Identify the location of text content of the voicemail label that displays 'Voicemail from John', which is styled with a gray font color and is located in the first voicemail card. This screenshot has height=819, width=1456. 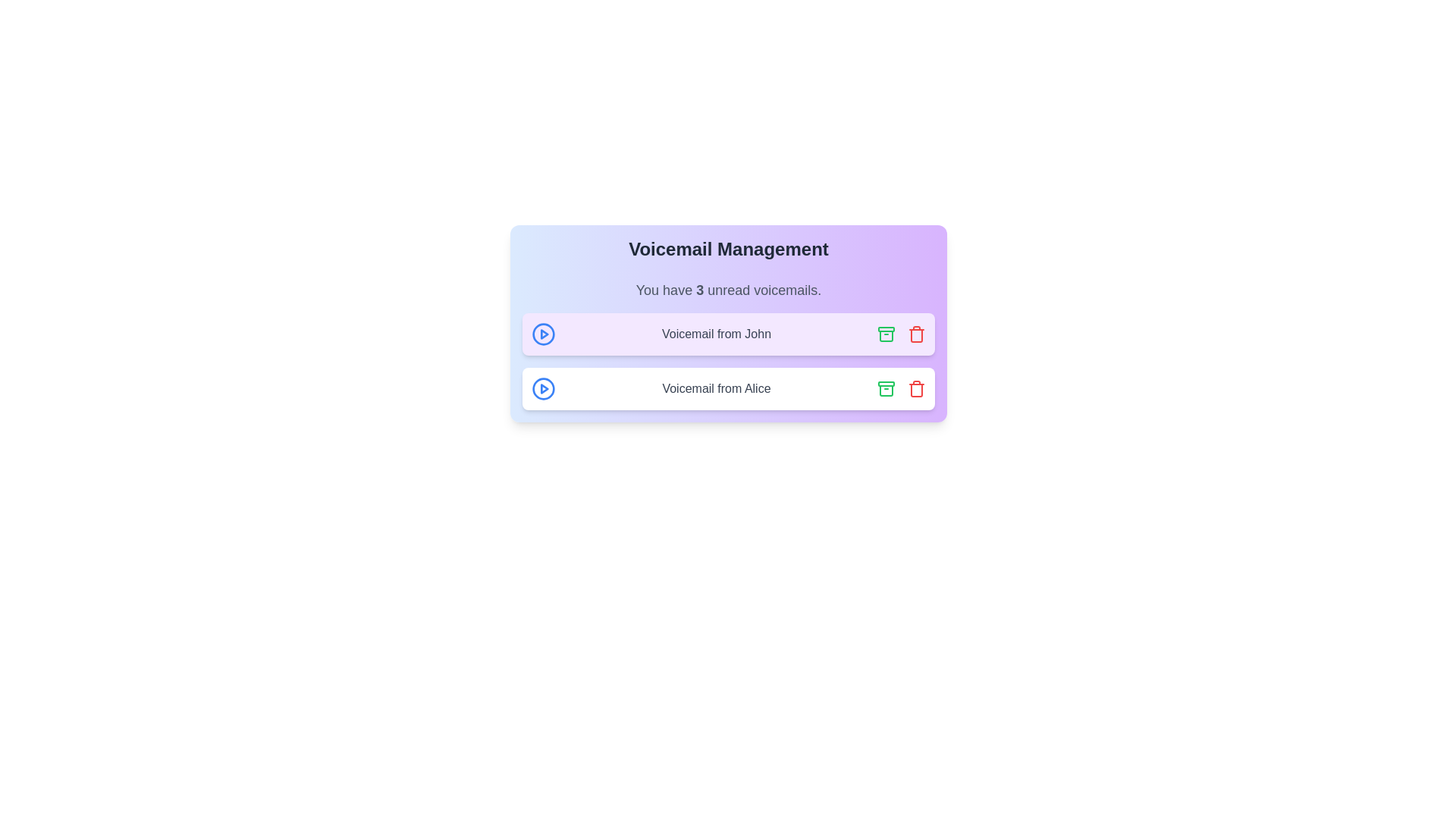
(716, 333).